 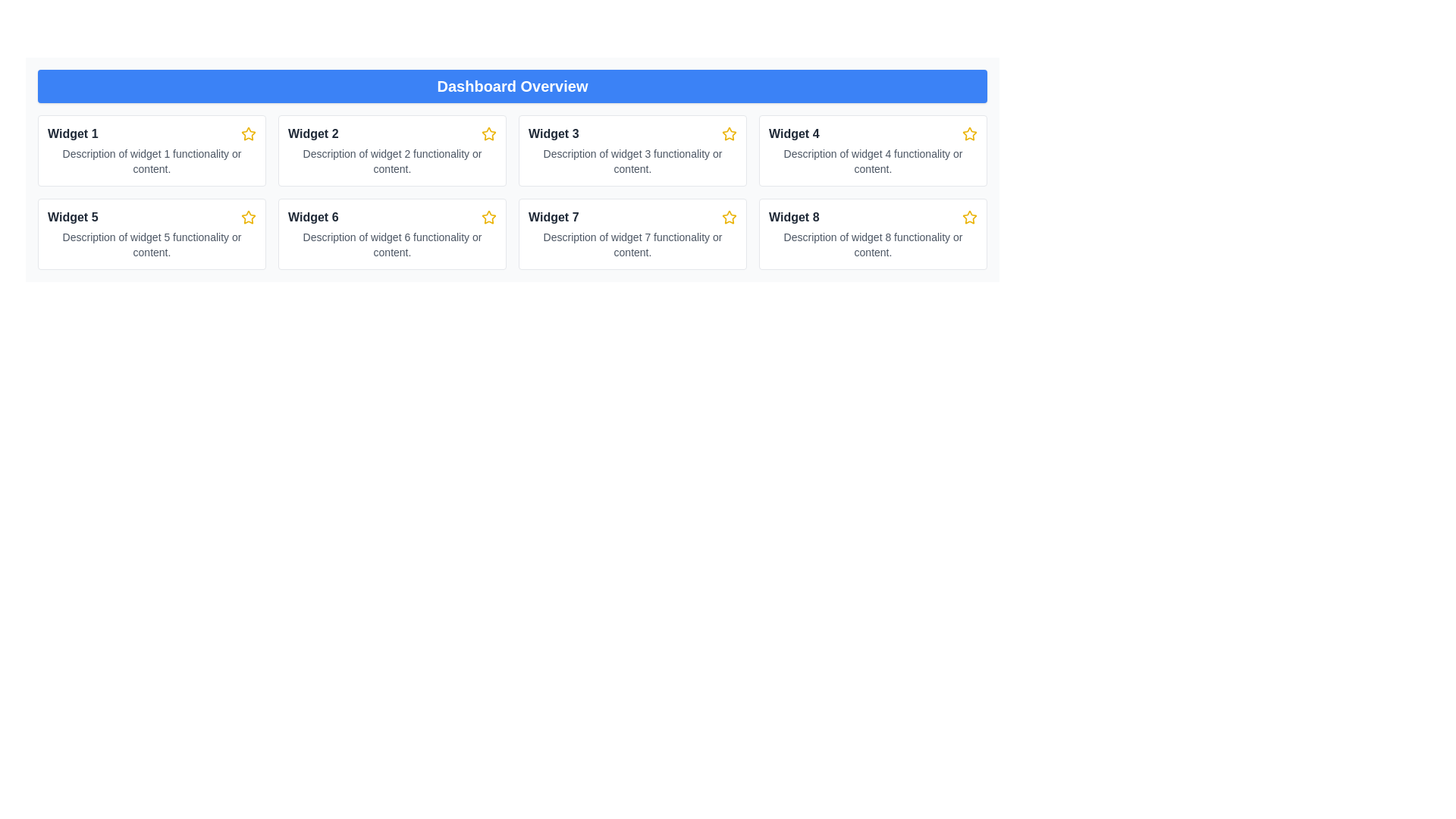 I want to click on the text label that identifies 'Widget 8' located in the bottom-right corner of the grid layout, so click(x=793, y=217).